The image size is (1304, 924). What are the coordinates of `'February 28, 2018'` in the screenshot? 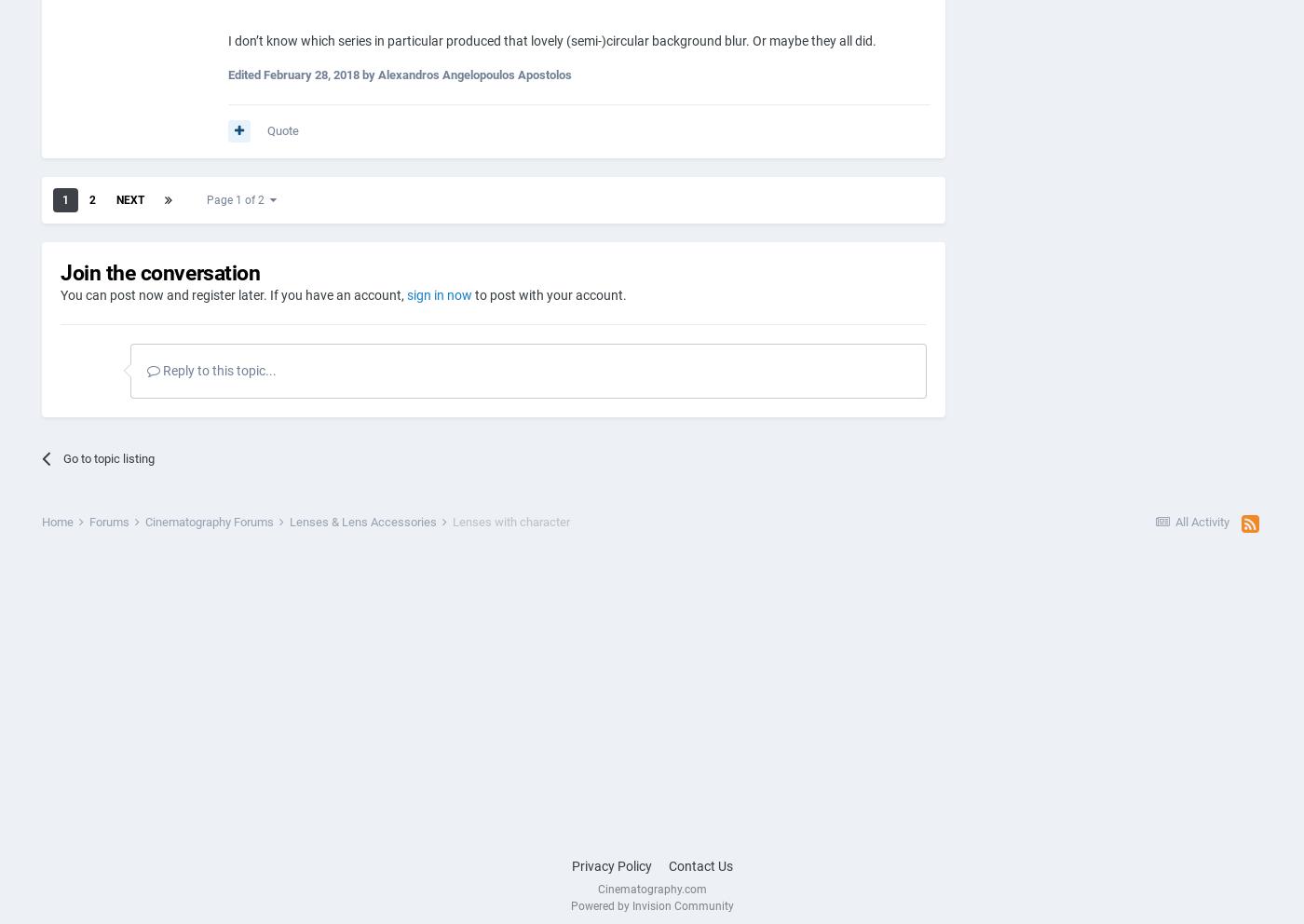 It's located at (263, 75).